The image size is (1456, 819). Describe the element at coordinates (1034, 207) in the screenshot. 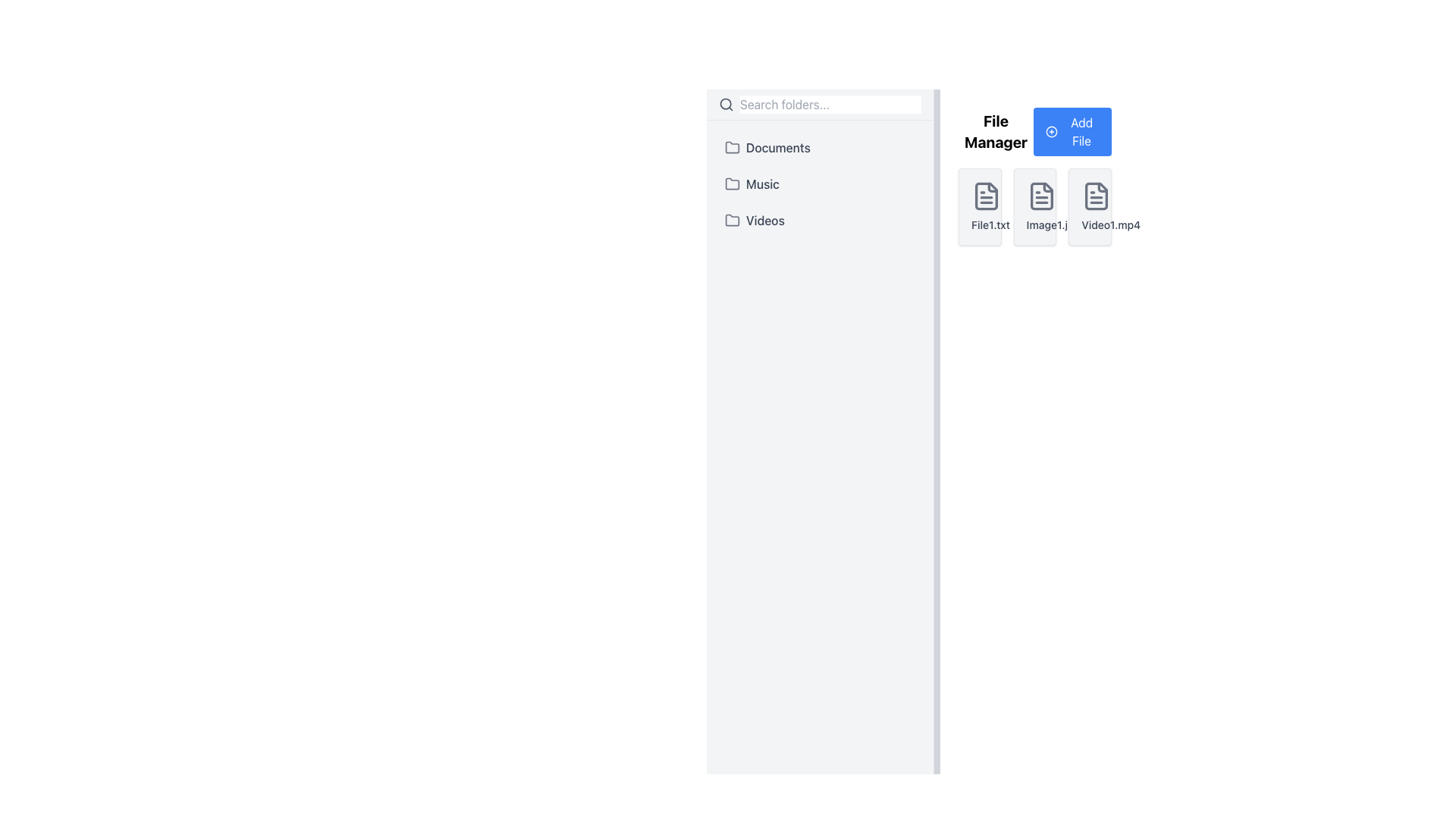

I see `the File preview block labeled 'Image1.jpg'` at that location.